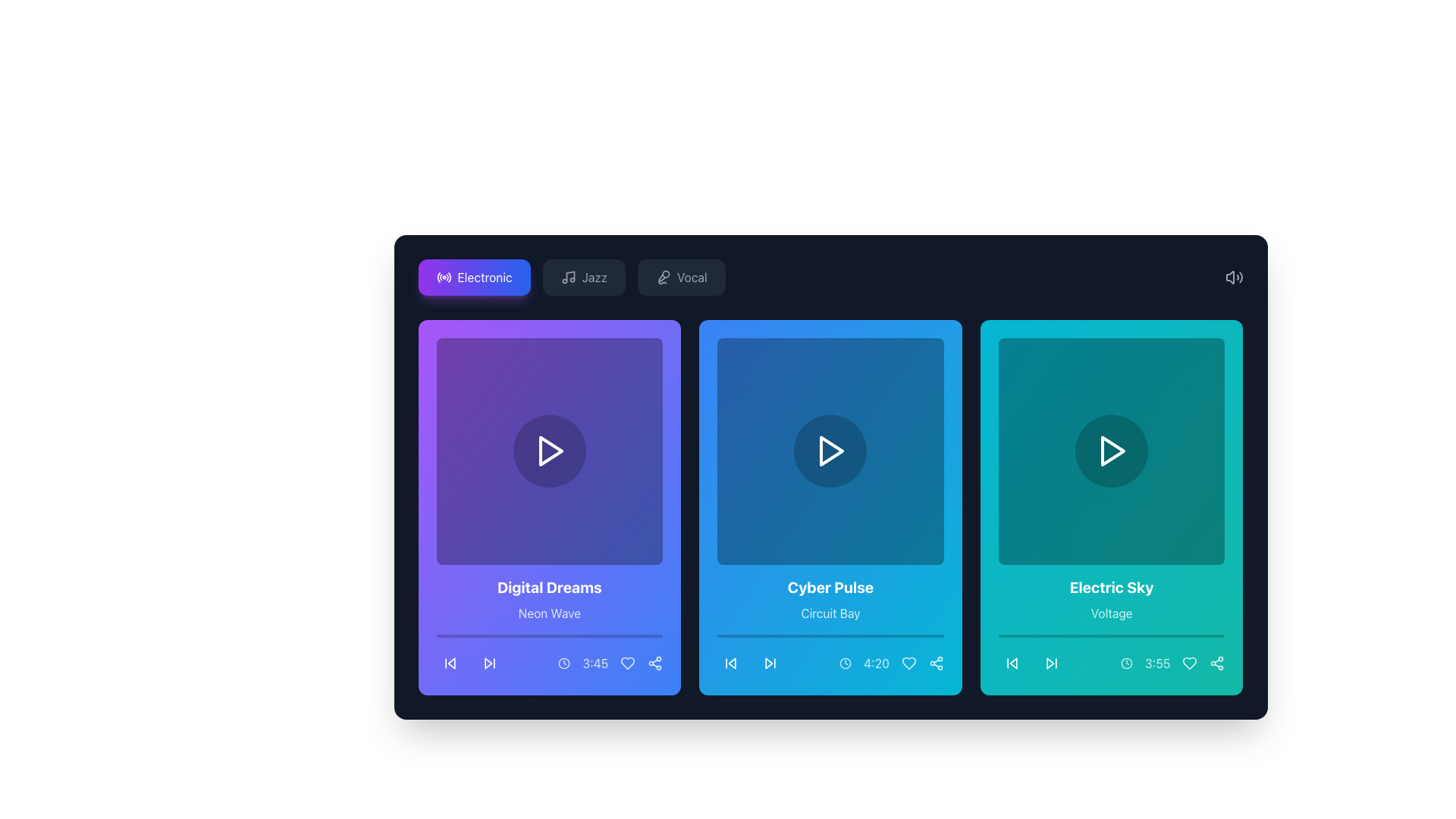 This screenshot has height=819, width=1456. I want to click on the Music item card titled 'Digital Dreams' which has a play button in the center and metadata below it, to trigger a visual effect, so click(548, 507).